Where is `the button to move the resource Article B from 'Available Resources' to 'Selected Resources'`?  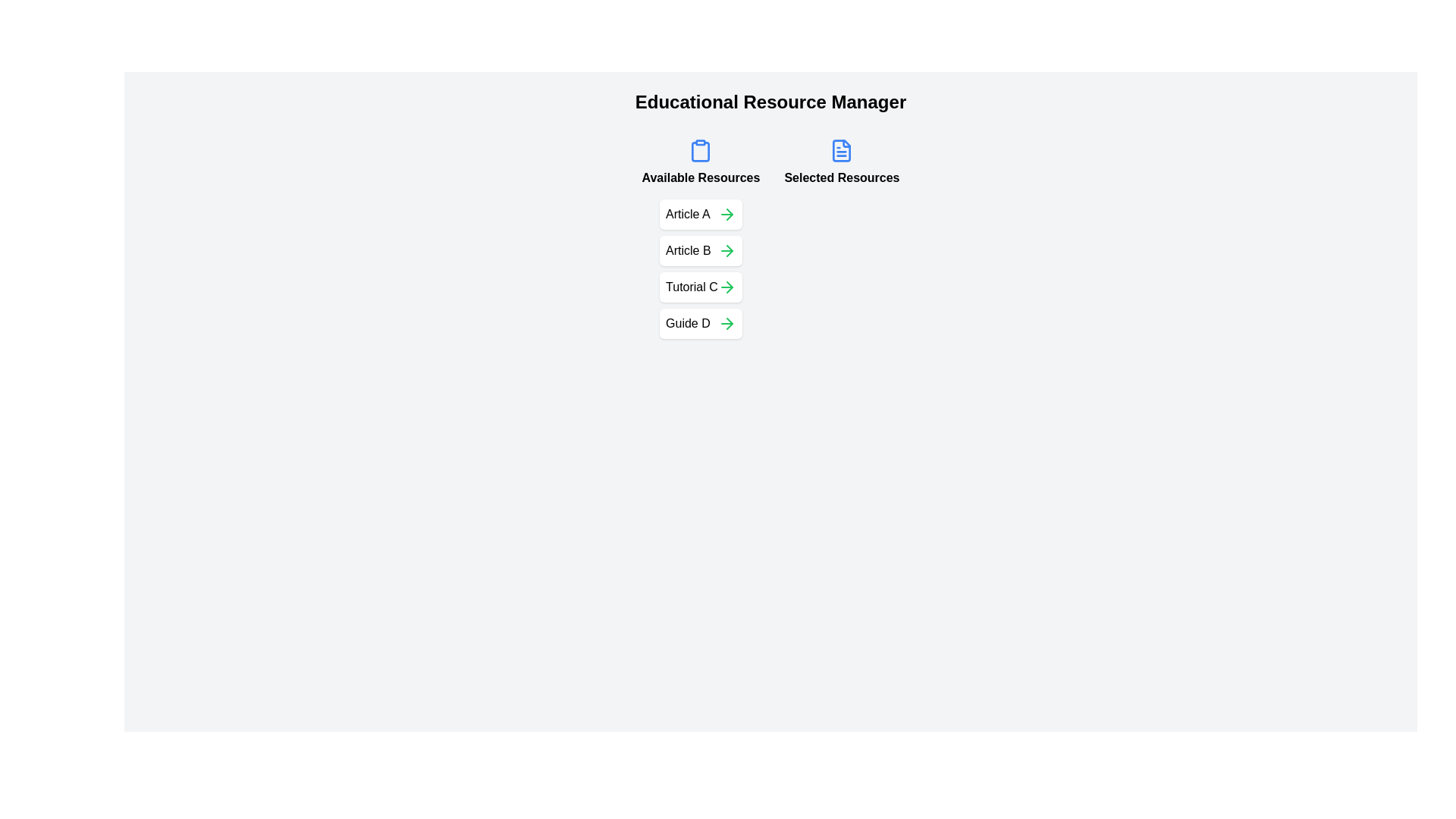
the button to move the resource Article B from 'Available Resources' to 'Selected Resources' is located at coordinates (726, 250).